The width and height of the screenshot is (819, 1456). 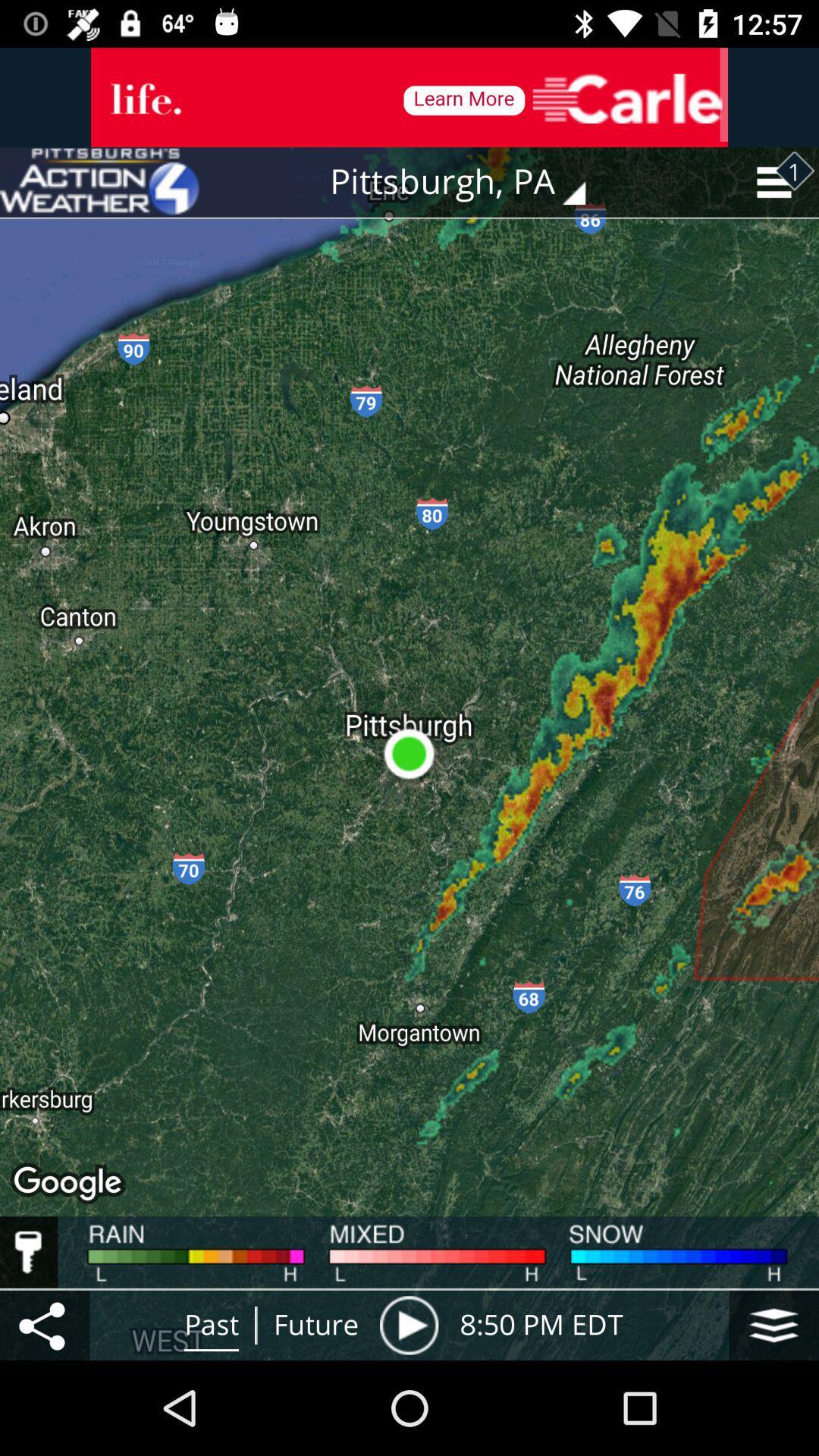 I want to click on play, so click(x=408, y=1324).